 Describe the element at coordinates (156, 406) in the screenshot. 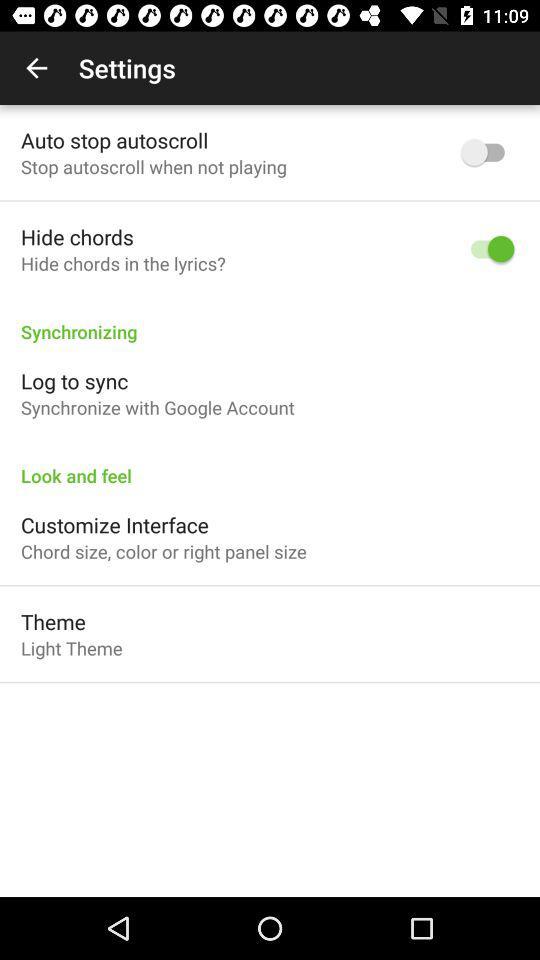

I see `the synchronize with google` at that location.